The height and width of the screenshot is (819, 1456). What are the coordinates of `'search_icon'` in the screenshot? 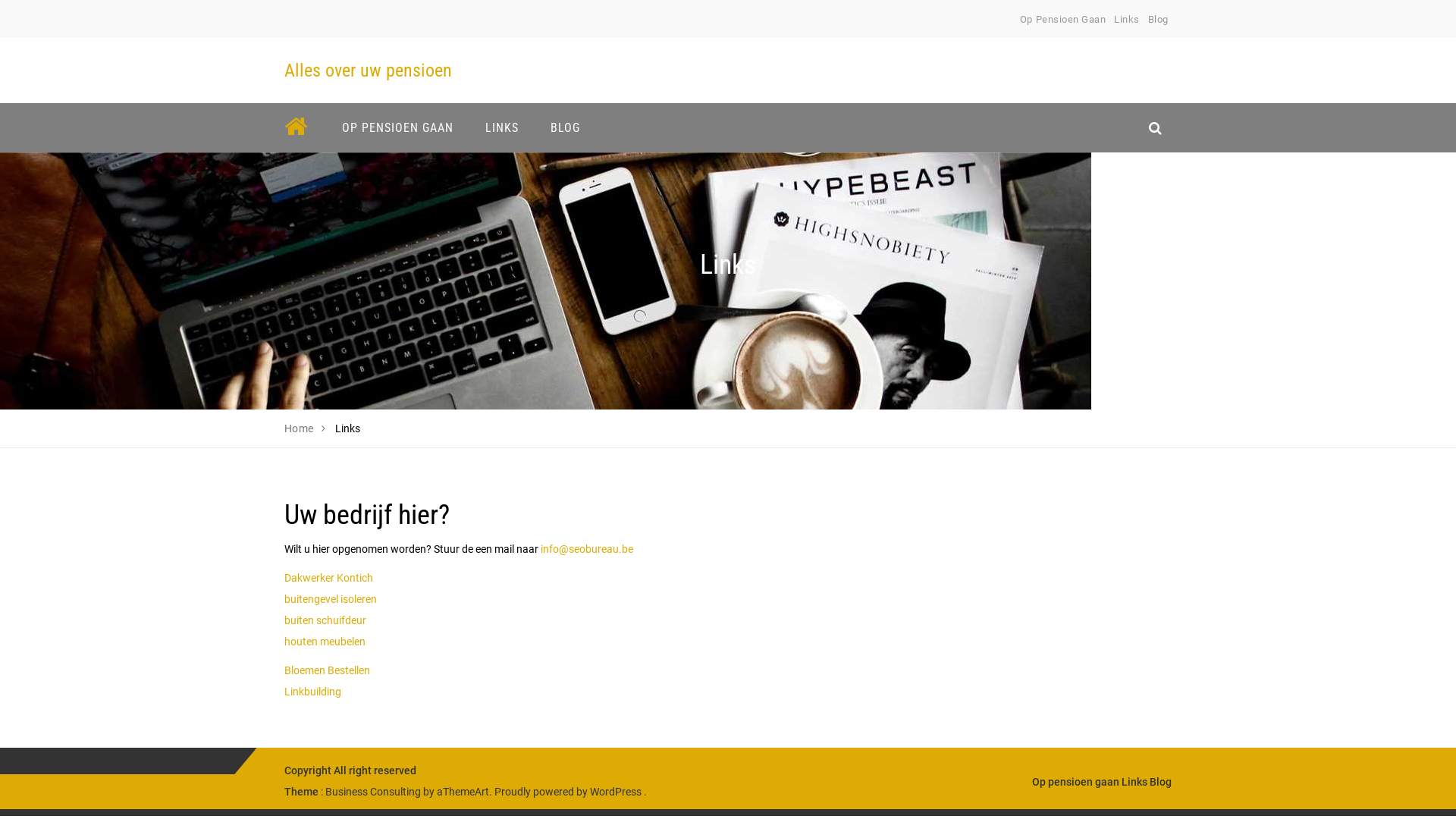 It's located at (1154, 127).